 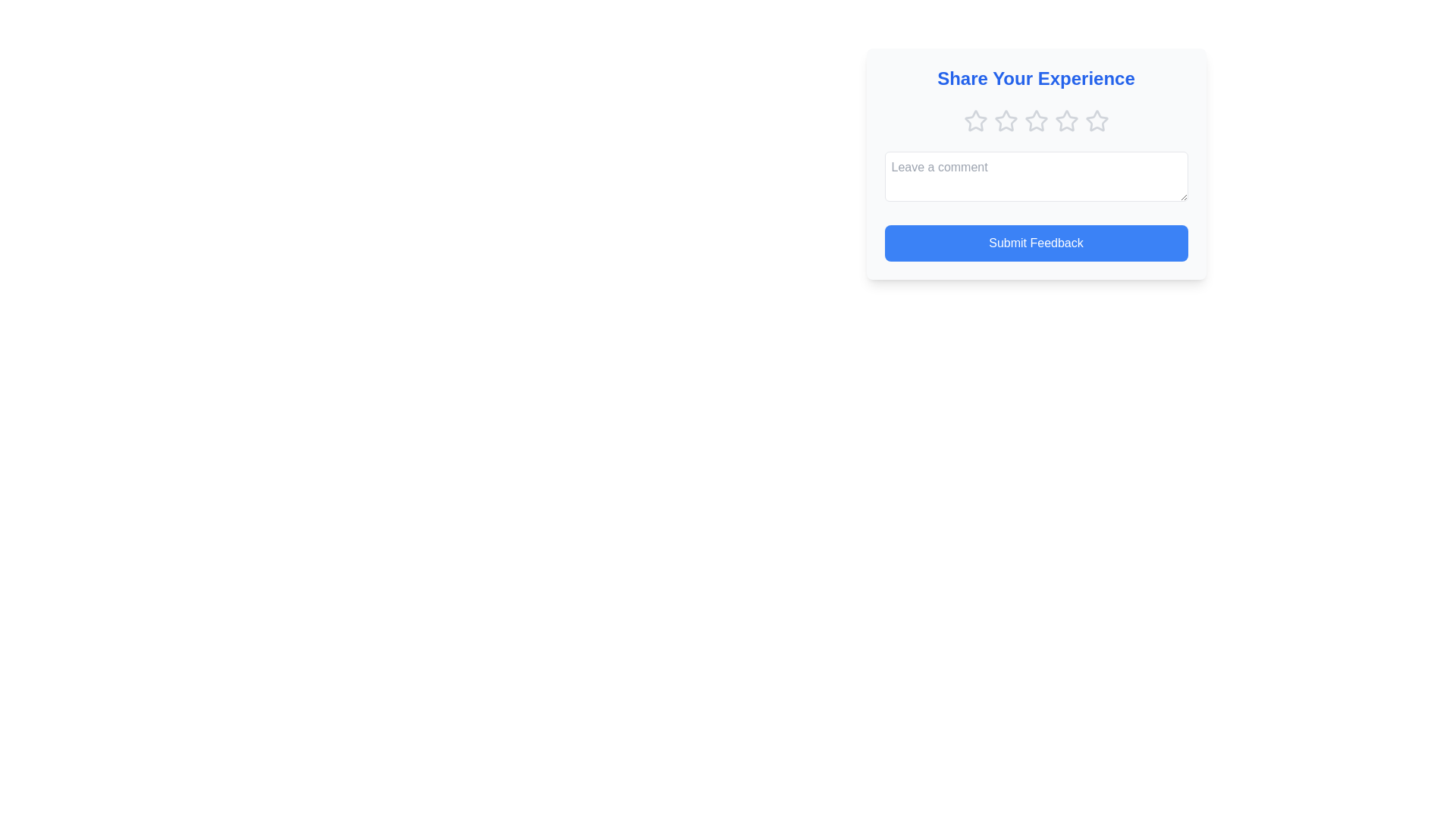 I want to click on the fourth star icon in the rating system, so click(x=1035, y=120).